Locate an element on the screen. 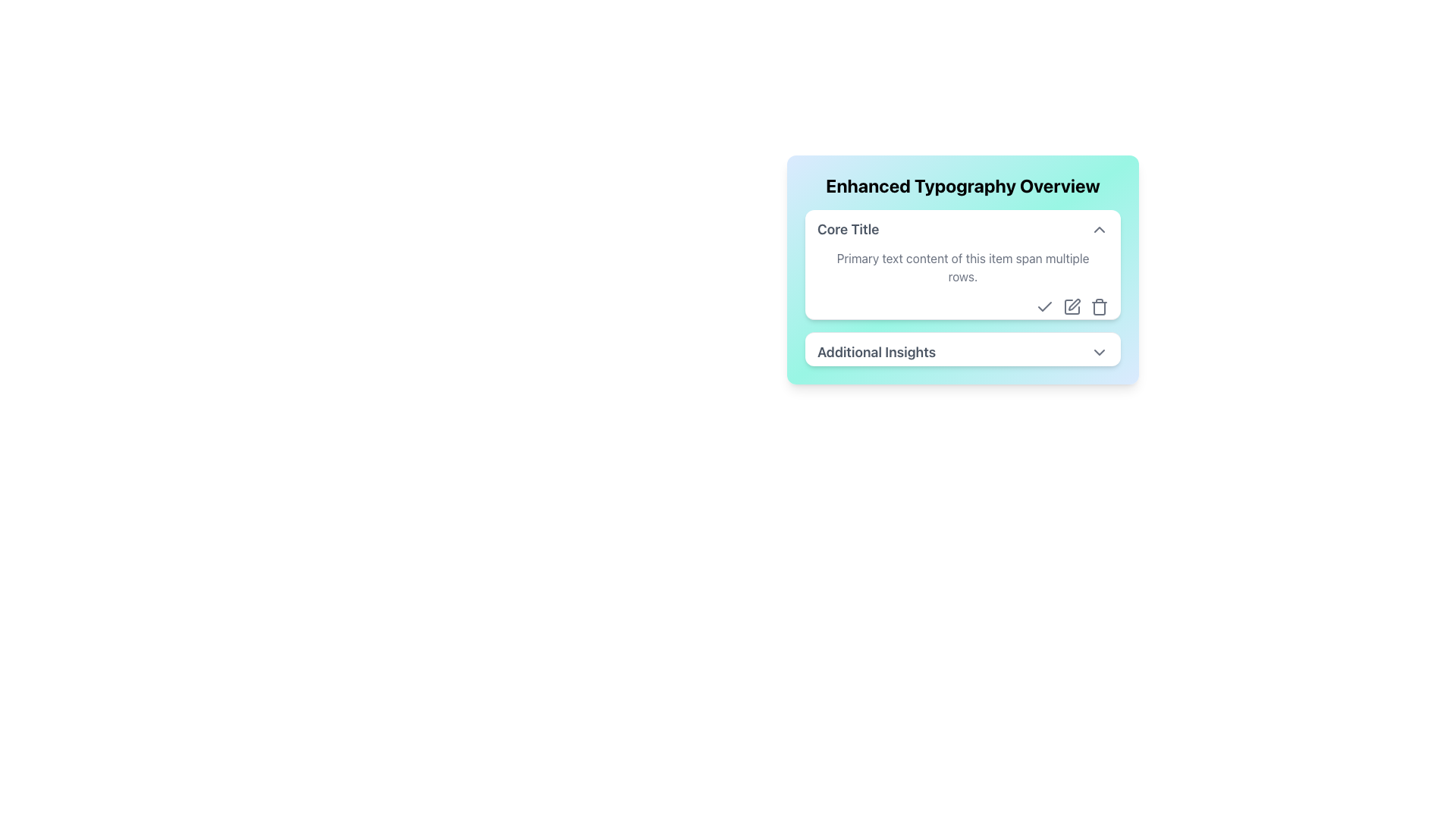  the chevron icon button to darken its color, which is located to the right of the 'Core Title' text is located at coordinates (1099, 230).